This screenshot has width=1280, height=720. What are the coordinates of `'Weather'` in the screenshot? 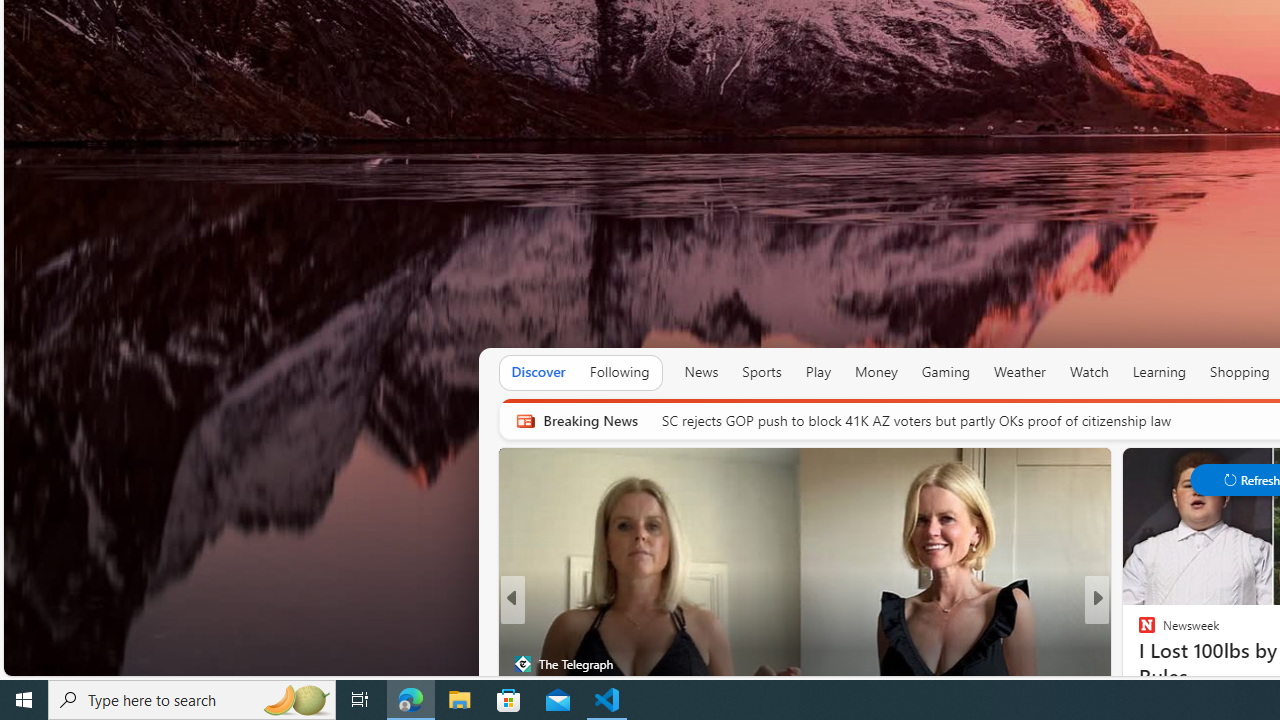 It's located at (1020, 371).